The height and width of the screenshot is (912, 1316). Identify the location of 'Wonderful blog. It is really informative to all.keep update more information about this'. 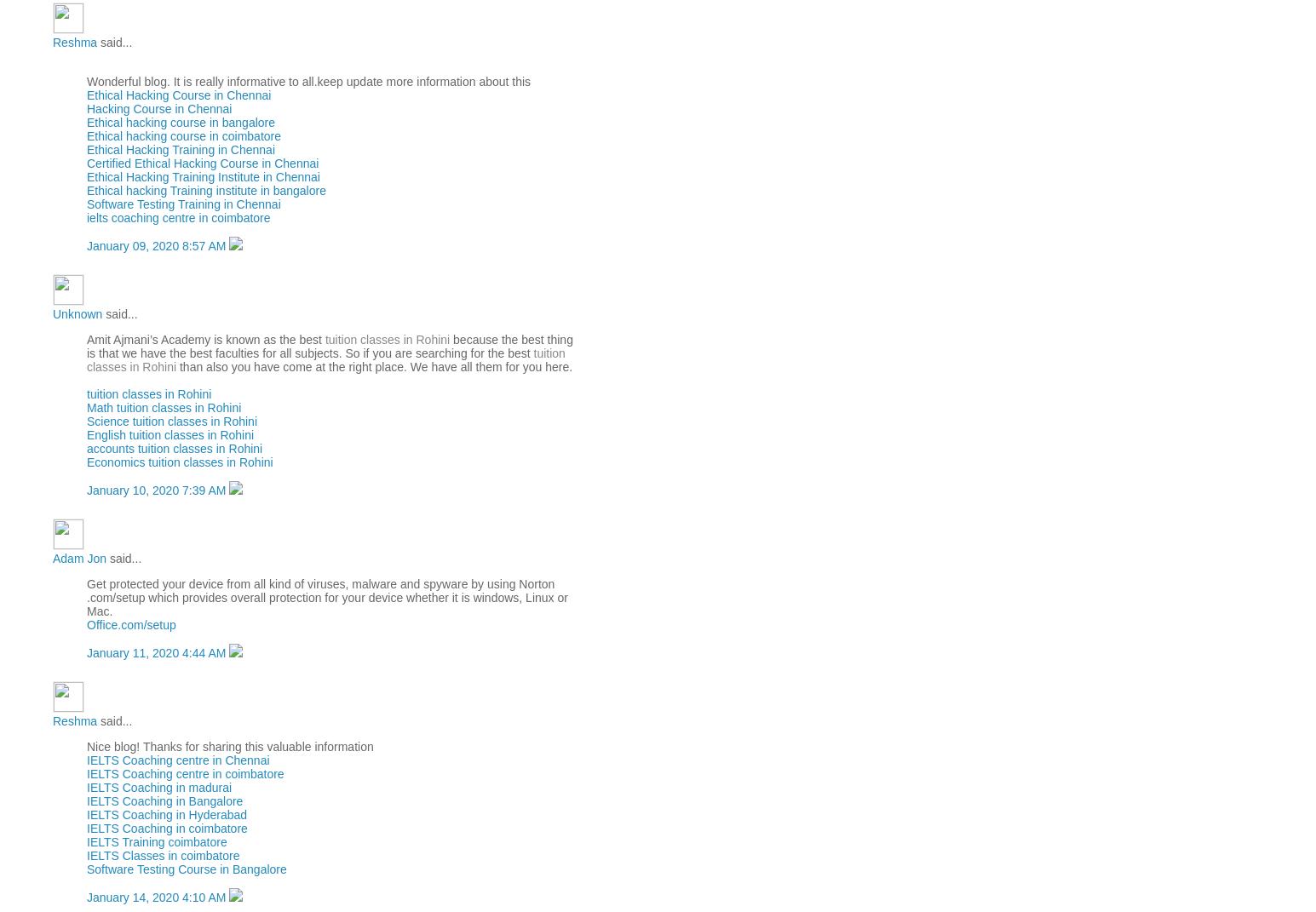
(307, 81).